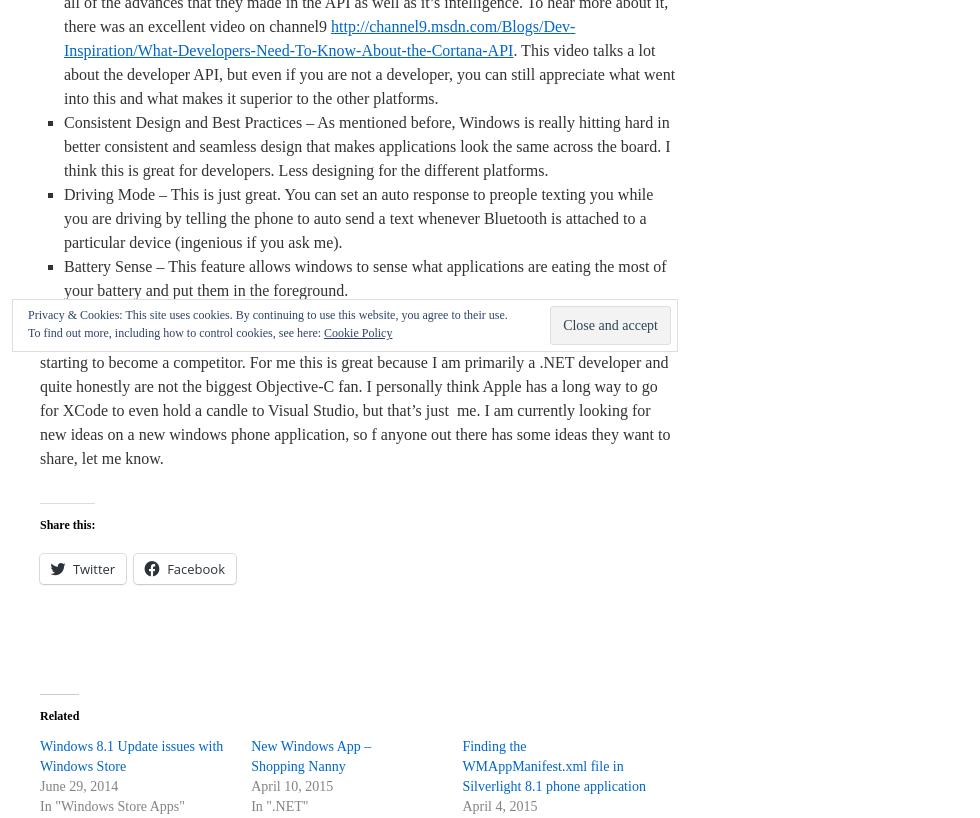  Describe the element at coordinates (67, 524) in the screenshot. I see `'Share this:'` at that location.